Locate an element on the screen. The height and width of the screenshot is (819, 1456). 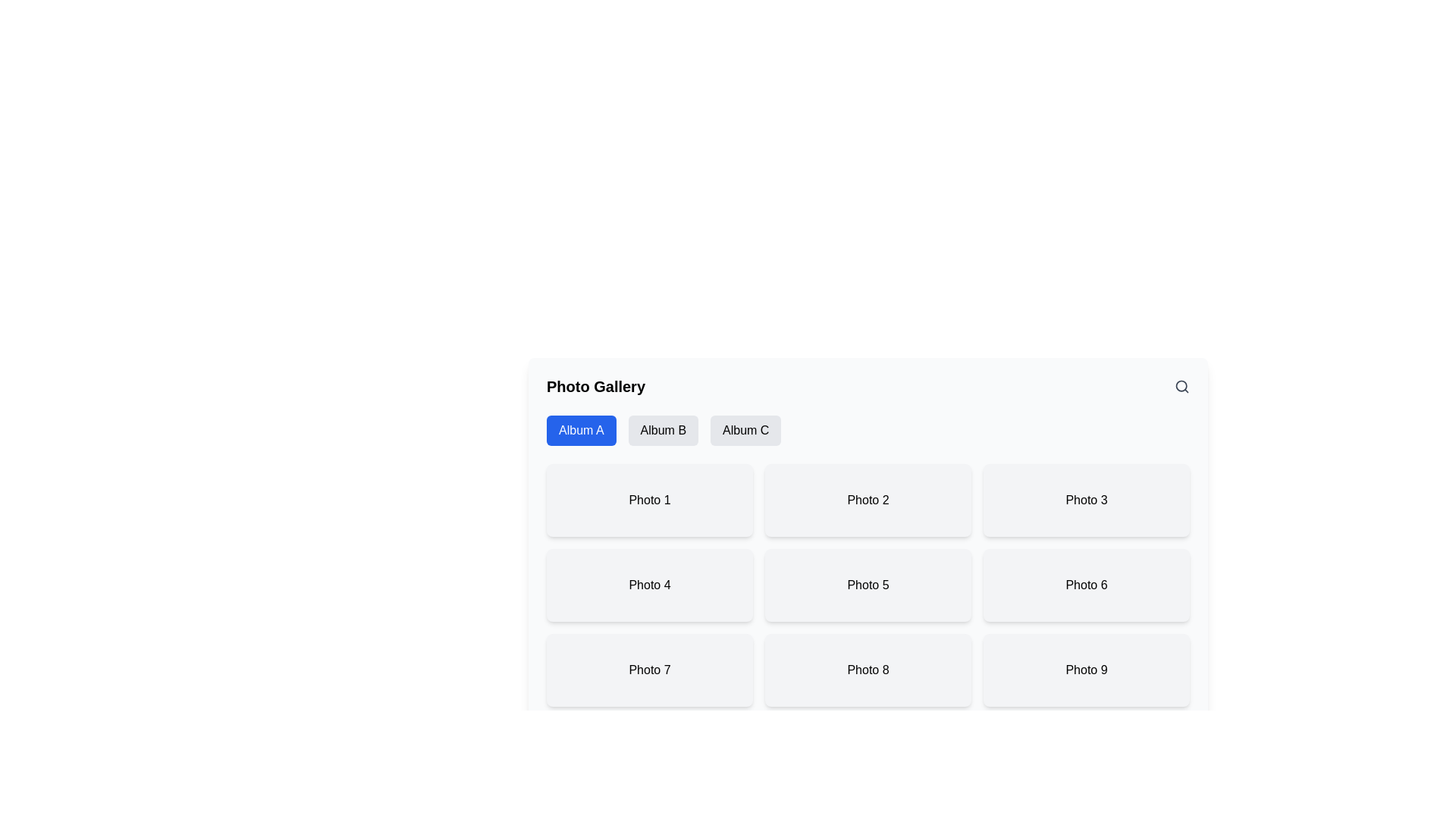
the static label 'Photo 6', which is a rectangular box with a light gray background, rounded corners, and centered black text, located in the second row and third column of a 3x4 grid layout is located at coordinates (1086, 584).